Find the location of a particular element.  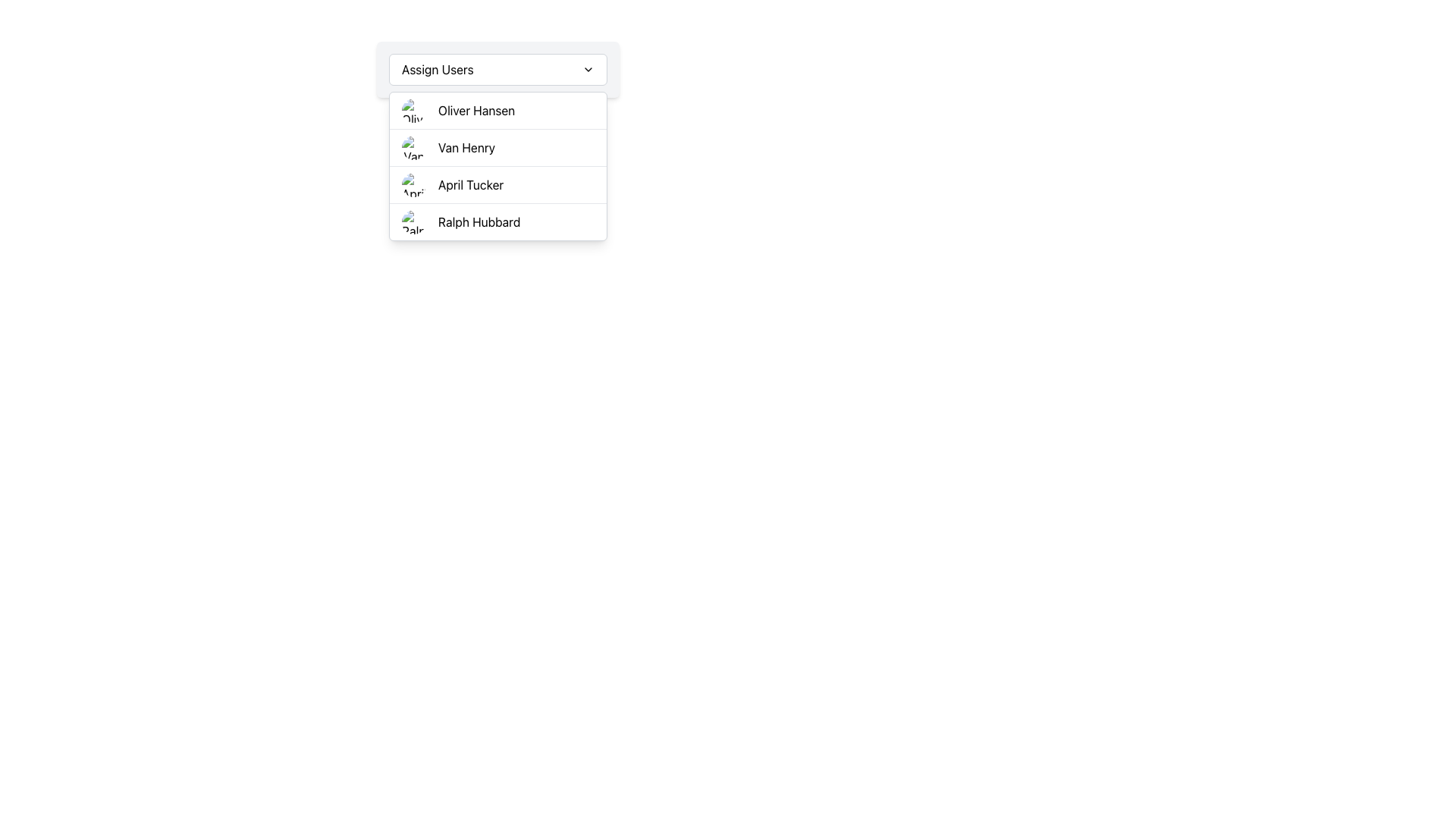

the text label indicating the user name 'Oliver Hansen' located in the second item of the 'Assign Users' dropdown list is located at coordinates (475, 110).